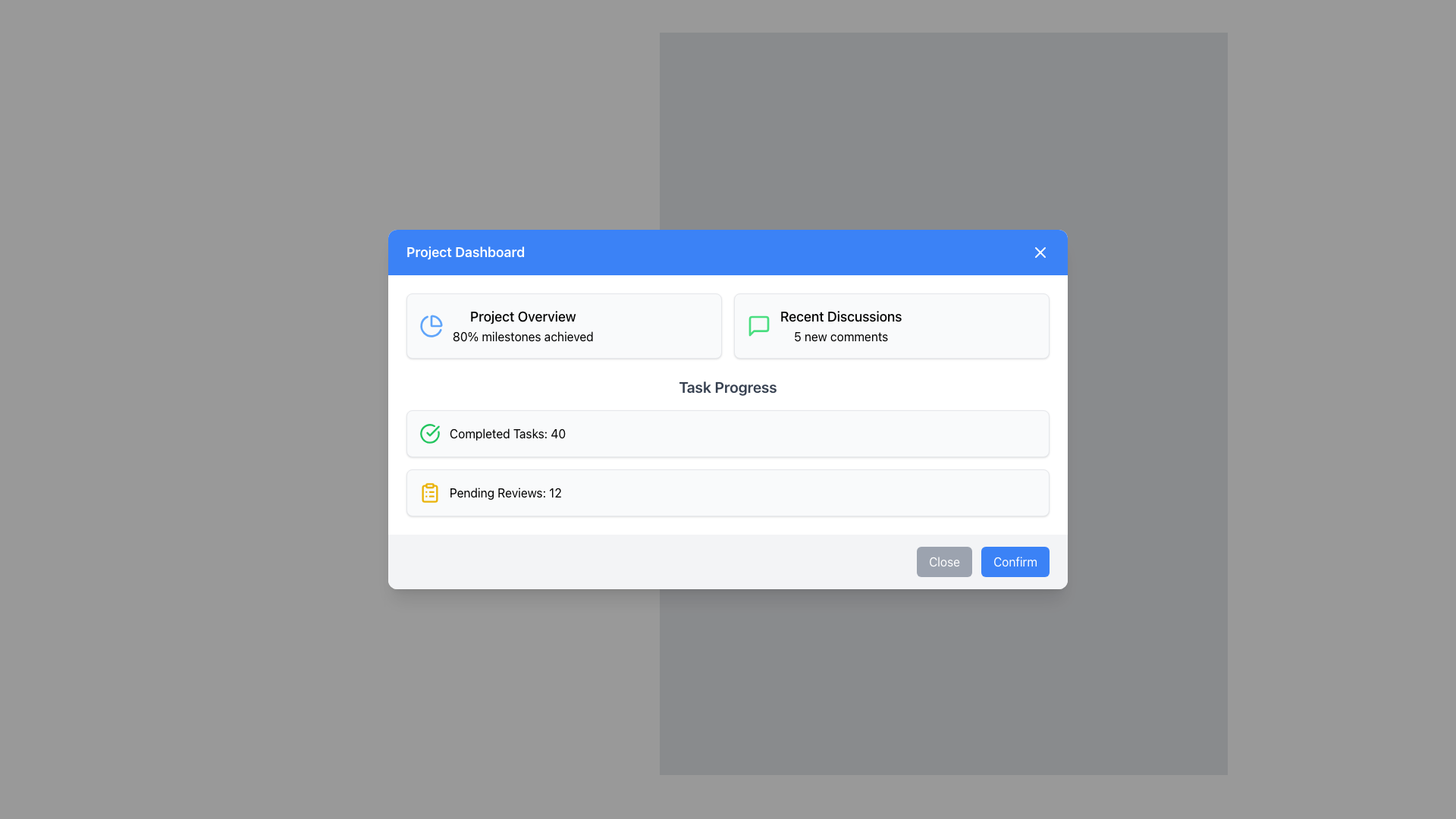  I want to click on the green circular icon with a checkmark inside, which is located to the left of the text 'Completed Tasks: 40' in the 'Task Progress' section, so click(428, 433).